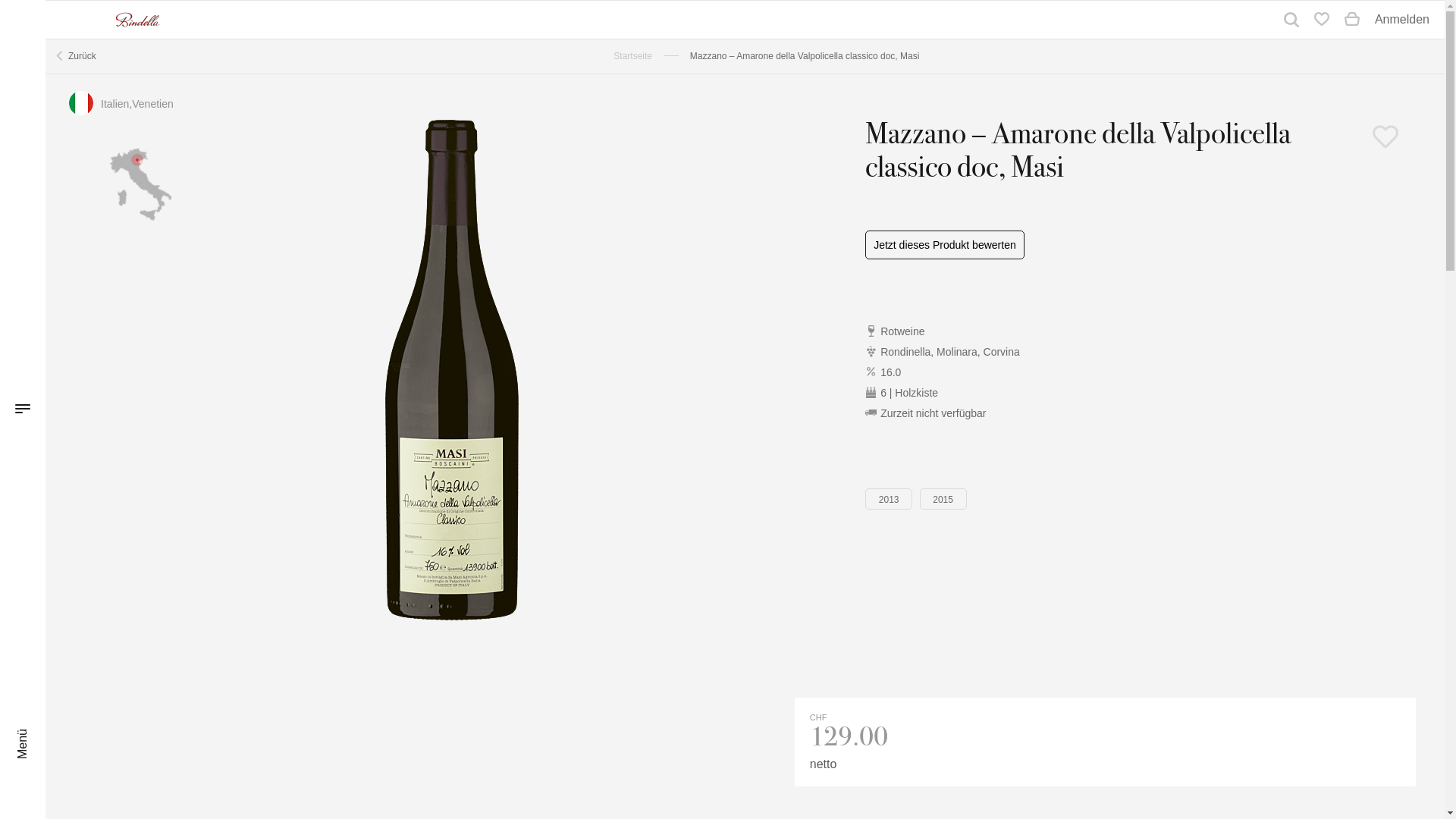  What do you see at coordinates (942, 499) in the screenshot?
I see `'2015'` at bounding box center [942, 499].